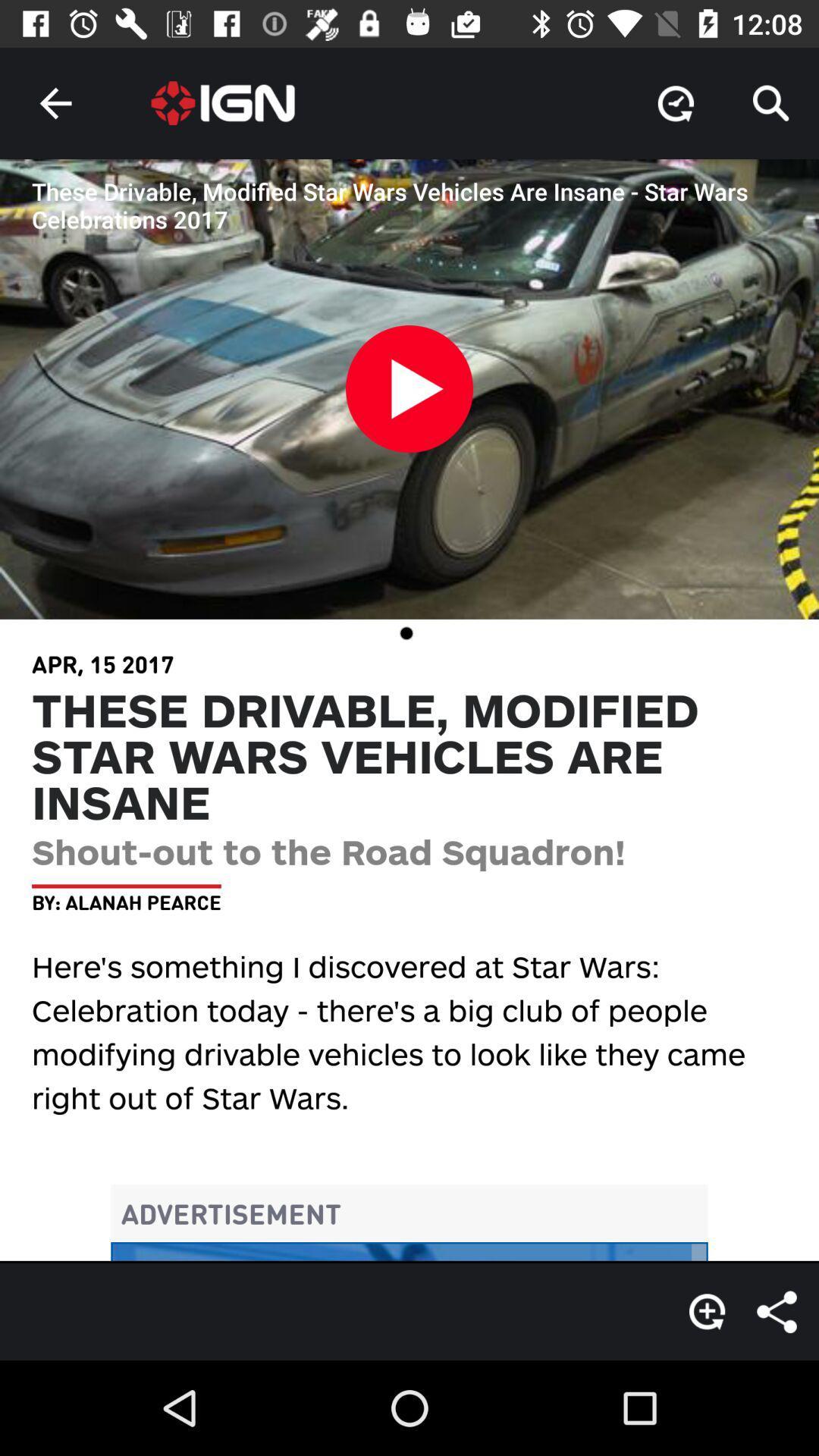 The image size is (819, 1456). Describe the element at coordinates (675, 103) in the screenshot. I see `the icon on the left side of search icon` at that location.